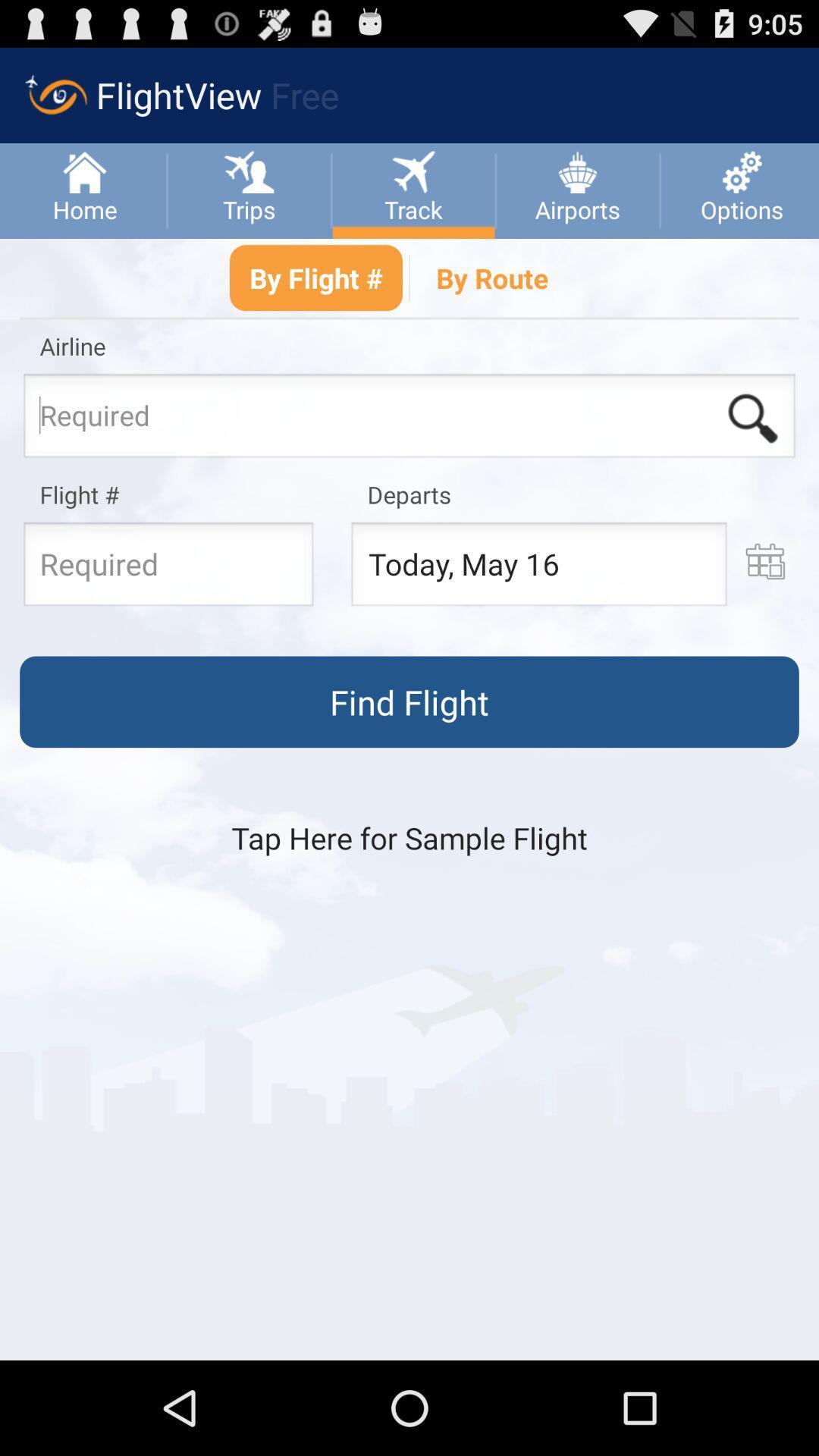 This screenshot has width=819, height=1456. What do you see at coordinates (409, 420) in the screenshot?
I see `to research` at bounding box center [409, 420].